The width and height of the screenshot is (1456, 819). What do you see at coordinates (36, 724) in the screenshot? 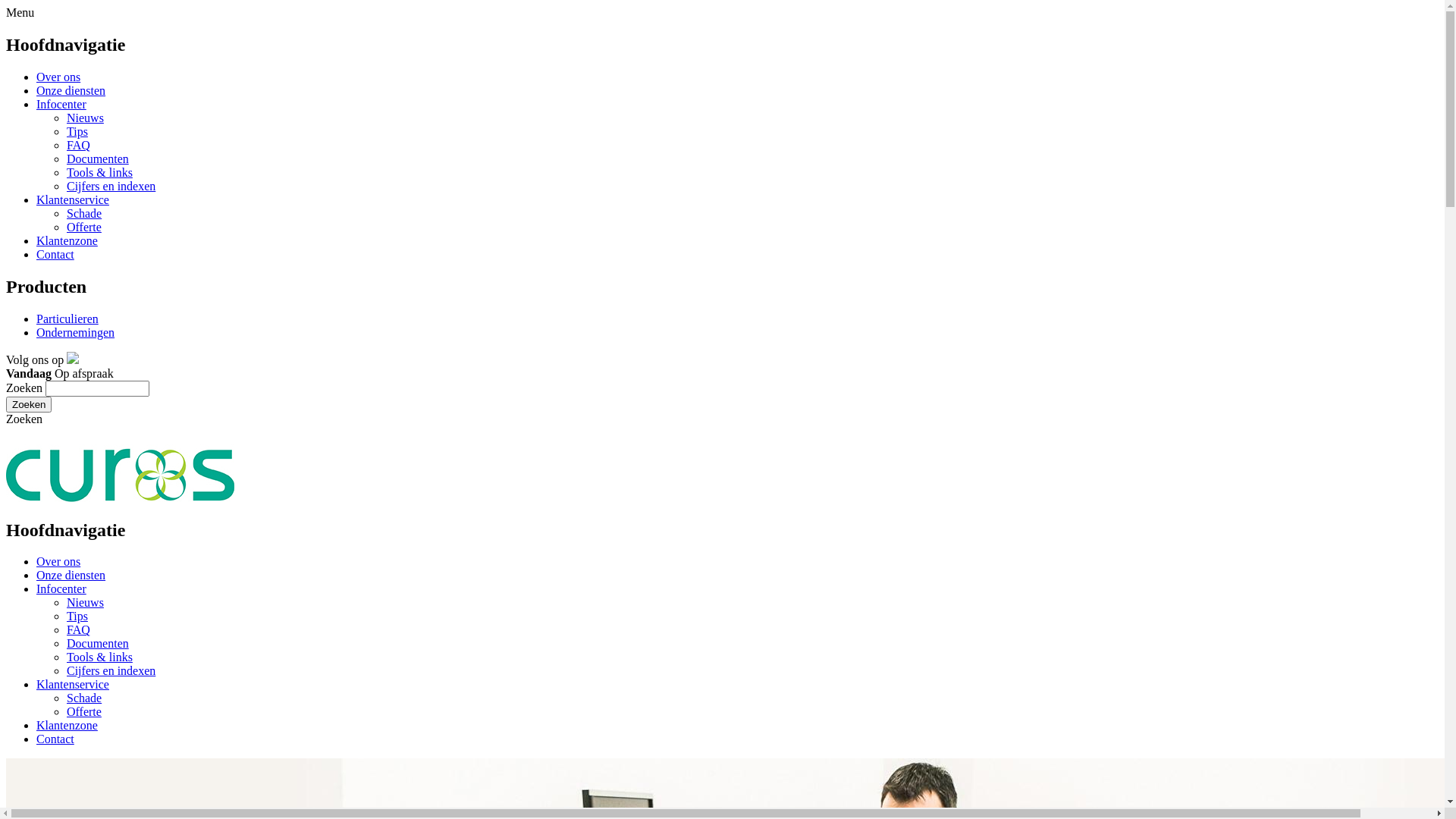
I see `'Klantenzone'` at bounding box center [36, 724].